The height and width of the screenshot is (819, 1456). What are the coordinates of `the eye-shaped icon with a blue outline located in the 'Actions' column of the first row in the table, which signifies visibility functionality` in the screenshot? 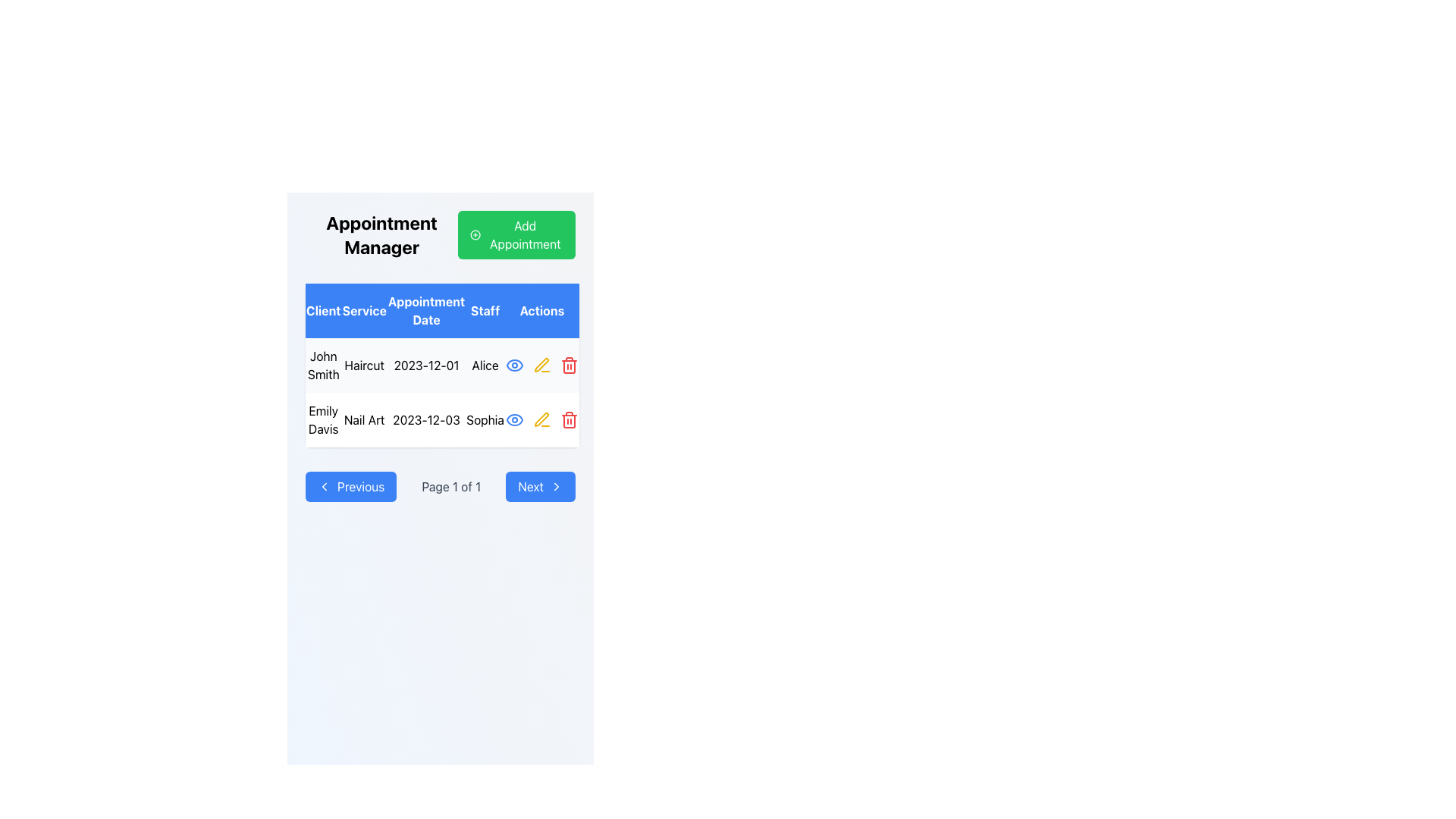 It's located at (514, 366).